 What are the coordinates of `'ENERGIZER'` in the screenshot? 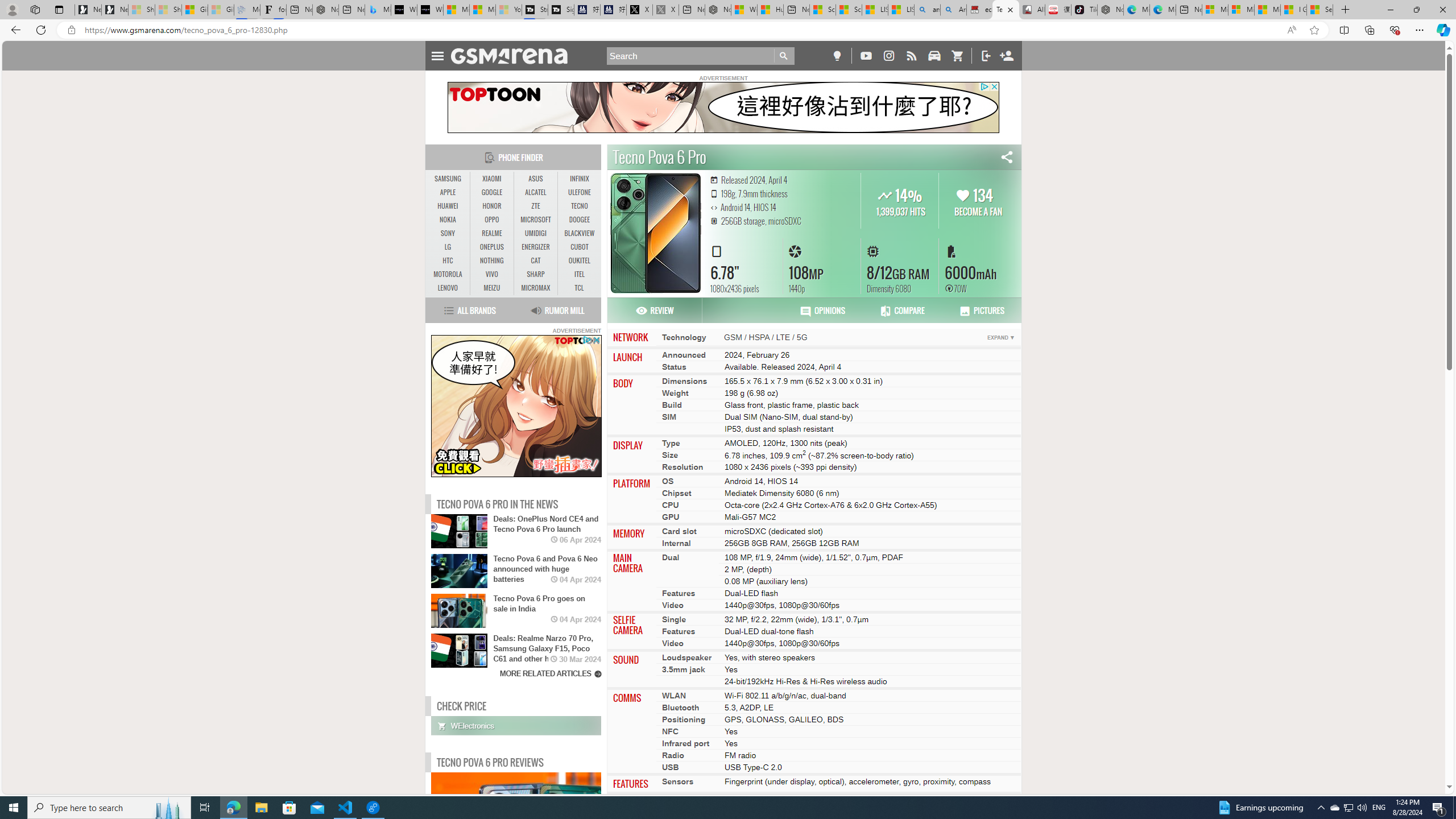 It's located at (535, 246).